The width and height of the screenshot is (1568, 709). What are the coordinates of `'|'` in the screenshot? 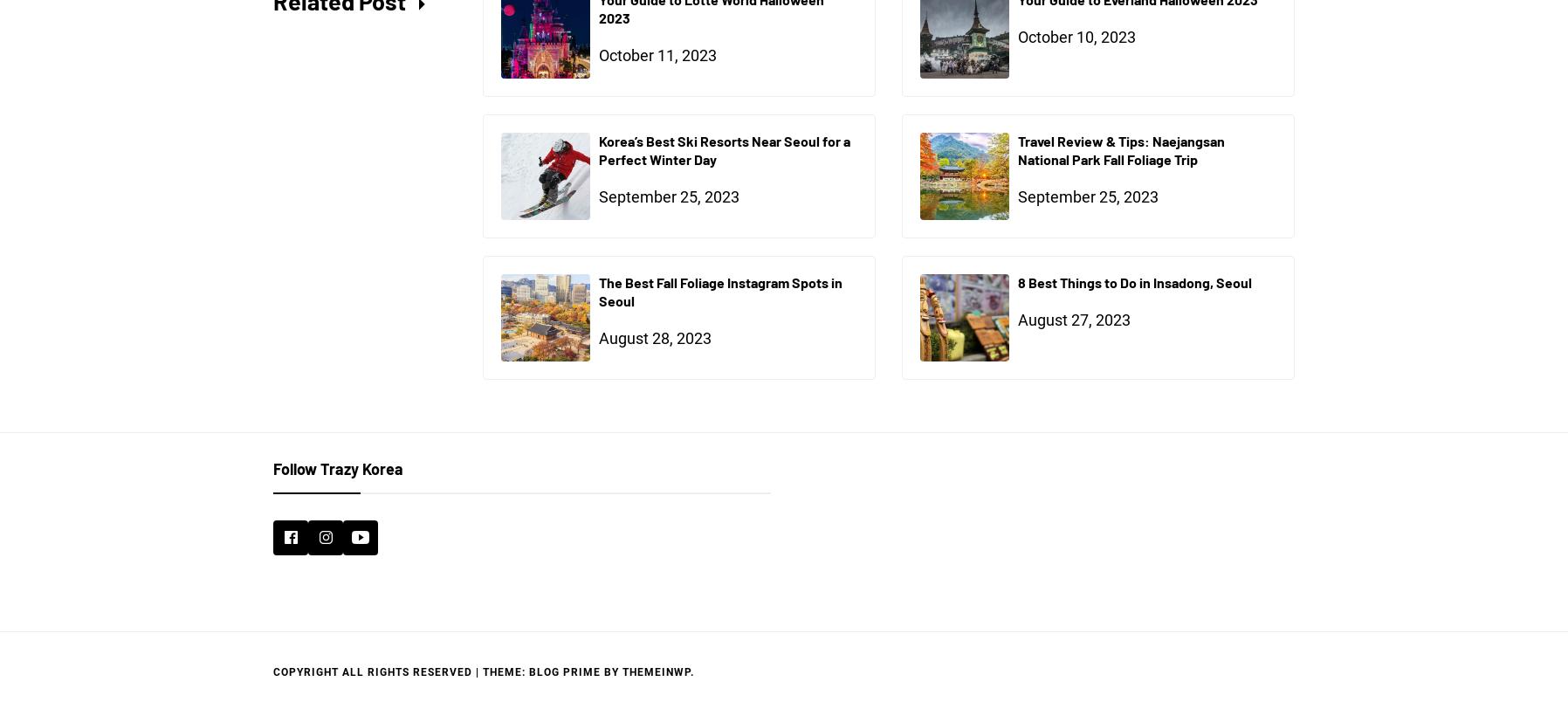 It's located at (478, 671).